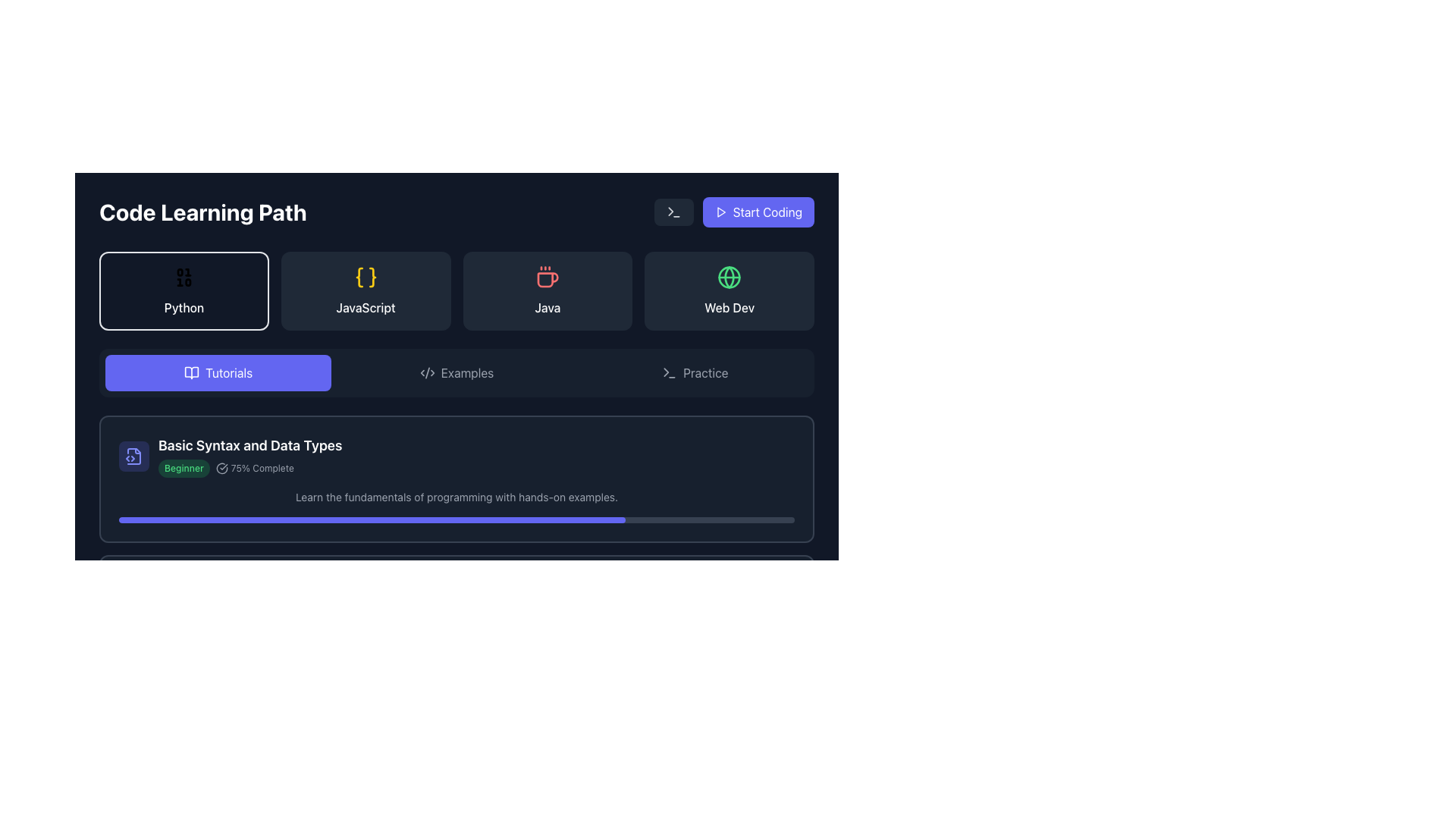 This screenshot has width=1456, height=819. Describe the element at coordinates (730, 278) in the screenshot. I see `the 'Web Dev' category icon, which is part of a horizontal row of icons representing different topics, located towards the right side of the row` at that location.